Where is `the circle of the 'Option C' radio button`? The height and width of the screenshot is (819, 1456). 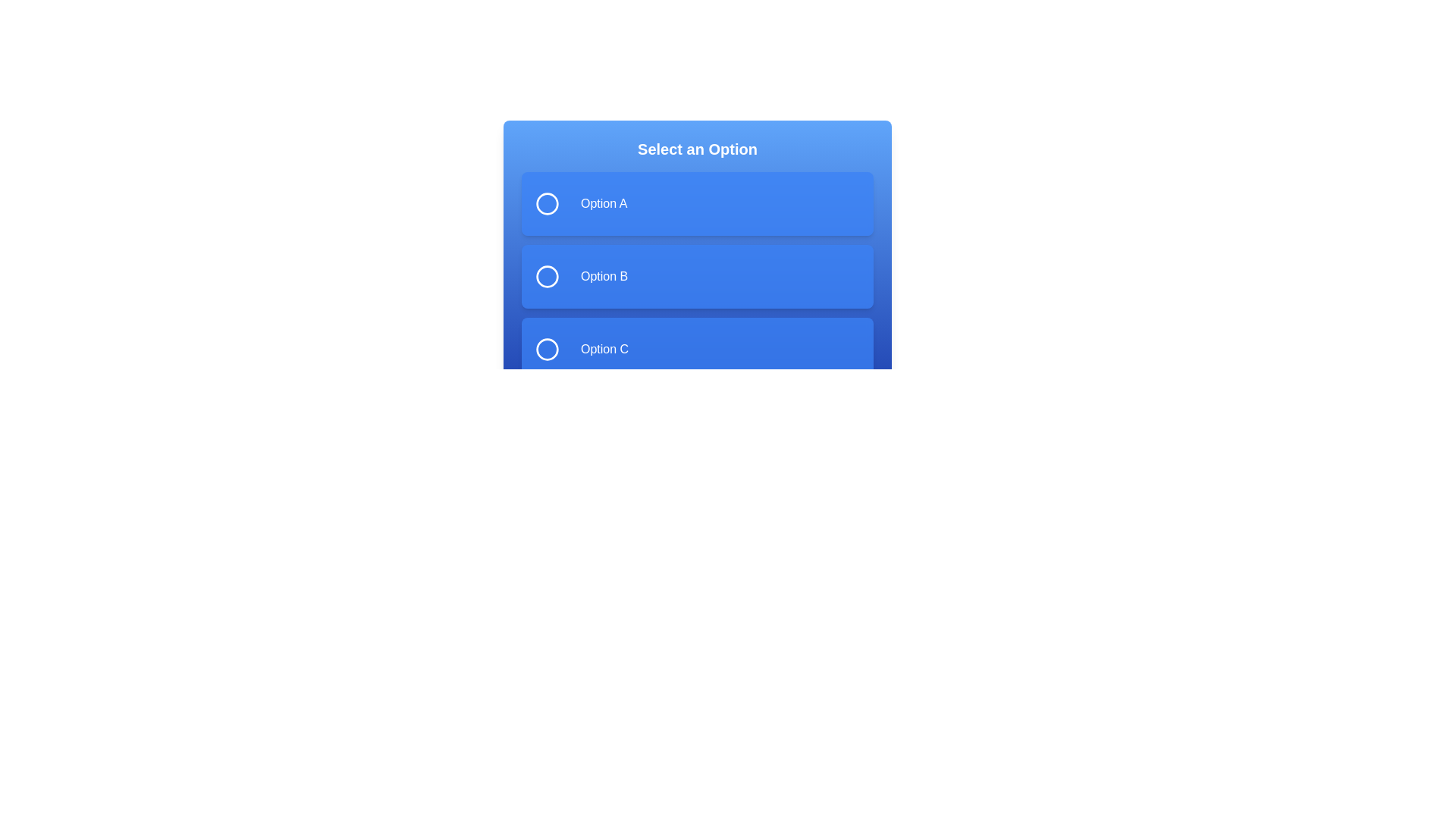
the circle of the 'Option C' radio button is located at coordinates (546, 350).